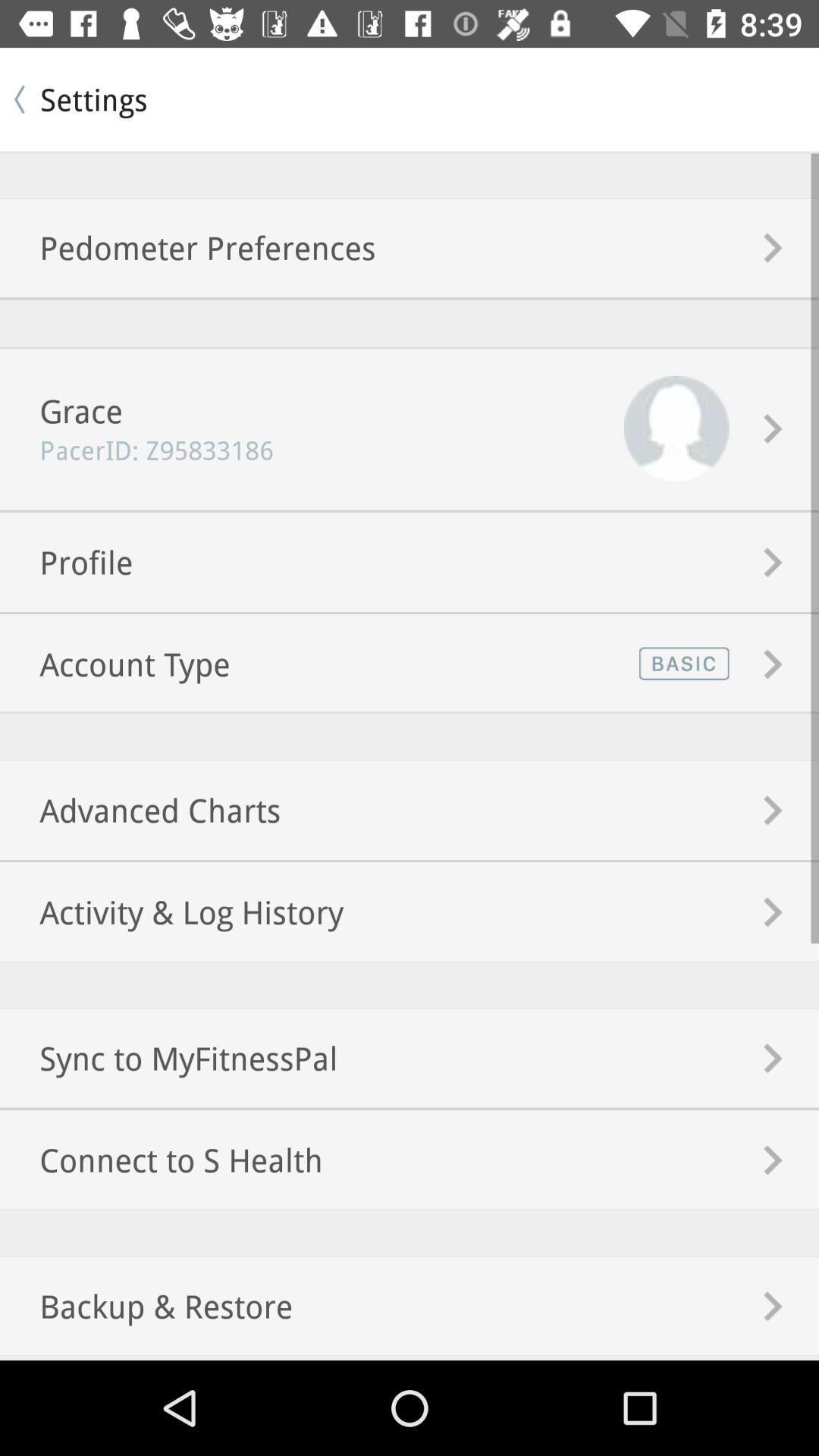 Image resolution: width=819 pixels, height=1456 pixels. I want to click on activity & log history, so click(171, 911).